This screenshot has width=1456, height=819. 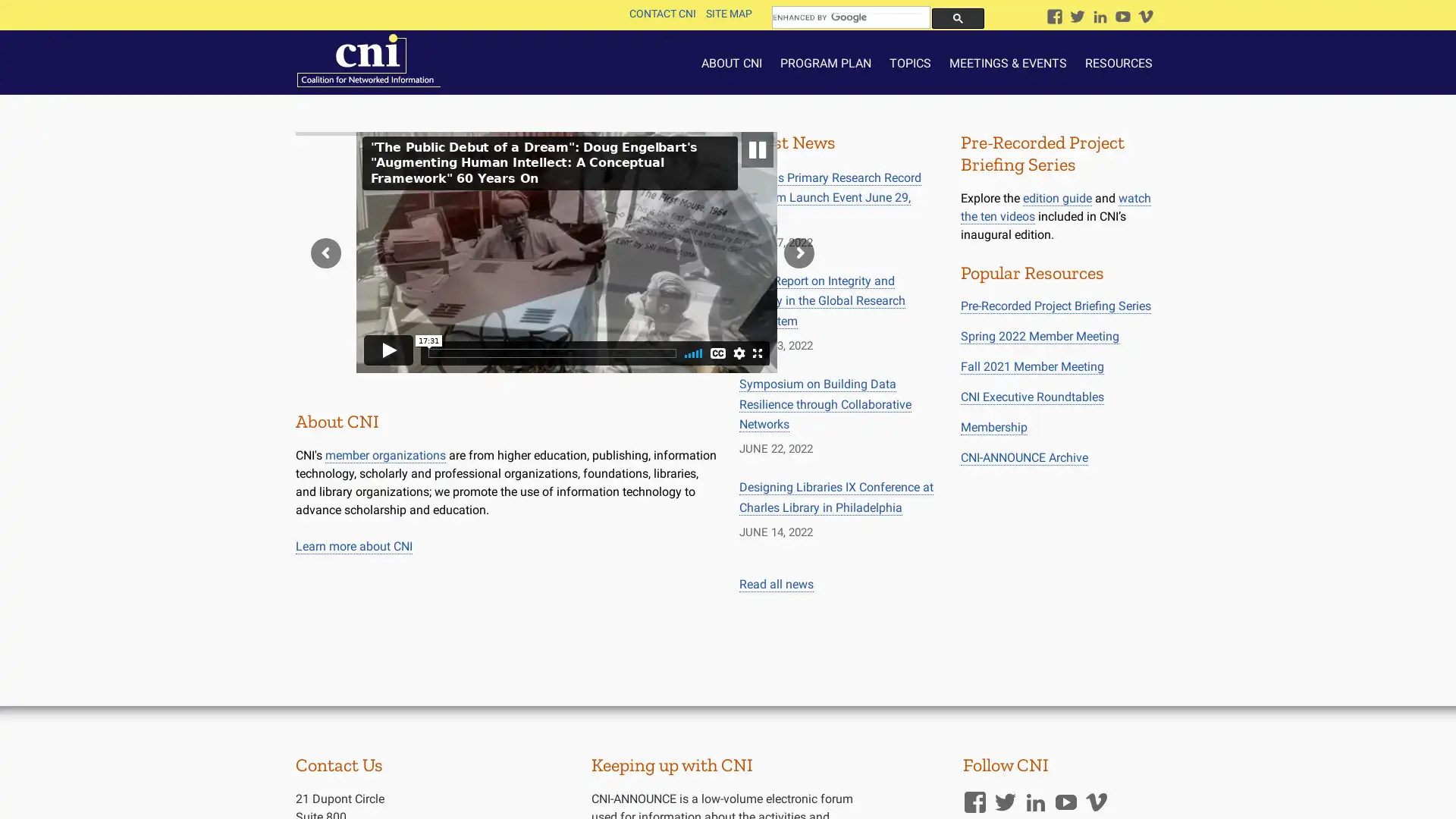 I want to click on search, so click(x=957, y=17).